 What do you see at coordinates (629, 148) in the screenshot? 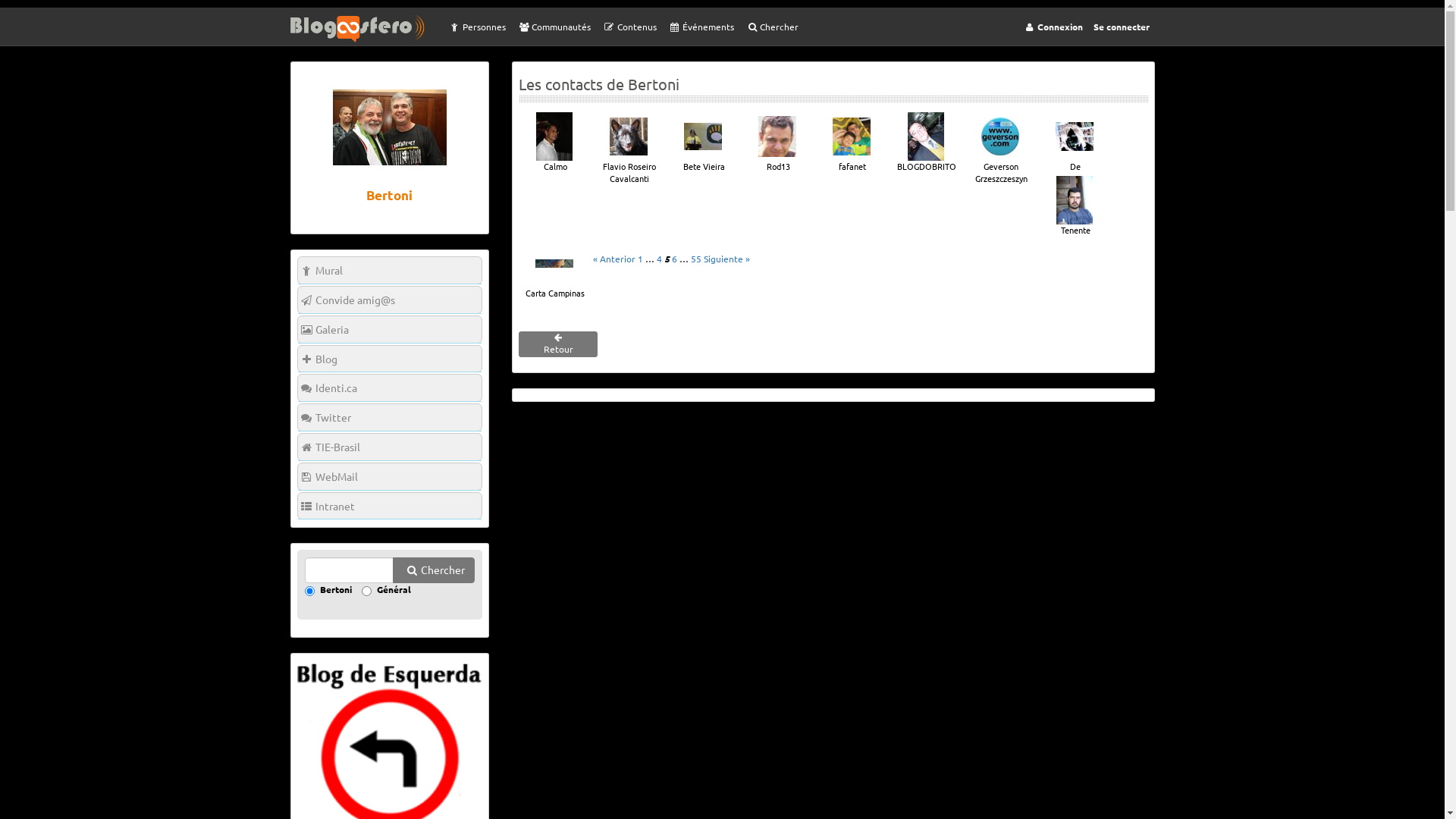
I see `'Flavio Roseiro Cavalcanti'` at bounding box center [629, 148].